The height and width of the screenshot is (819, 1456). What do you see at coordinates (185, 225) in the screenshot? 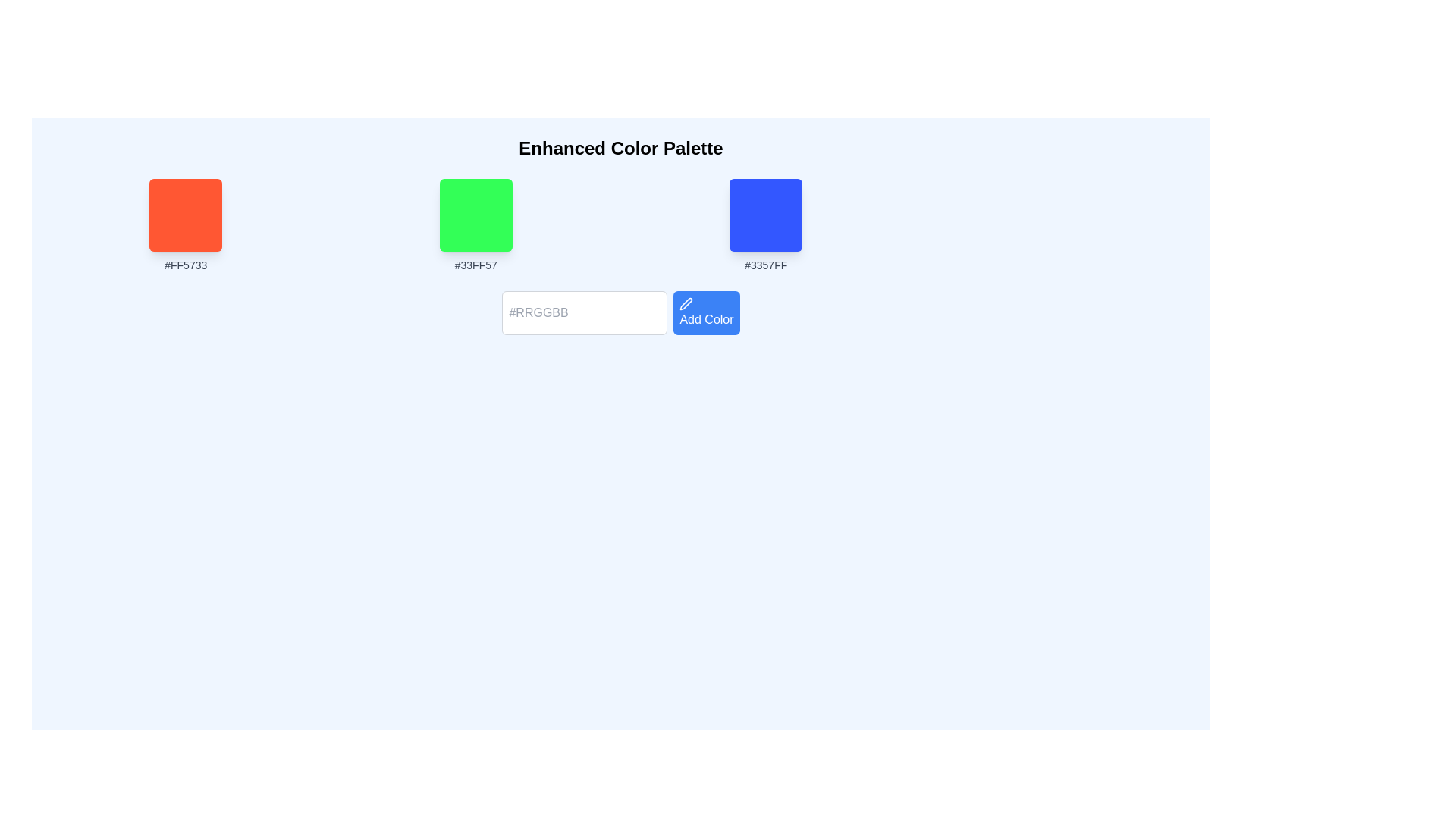
I see `the color of the leftmost color swatch component, which is a square with a red-orange background color (#FF5733) and rounded corners` at bounding box center [185, 225].